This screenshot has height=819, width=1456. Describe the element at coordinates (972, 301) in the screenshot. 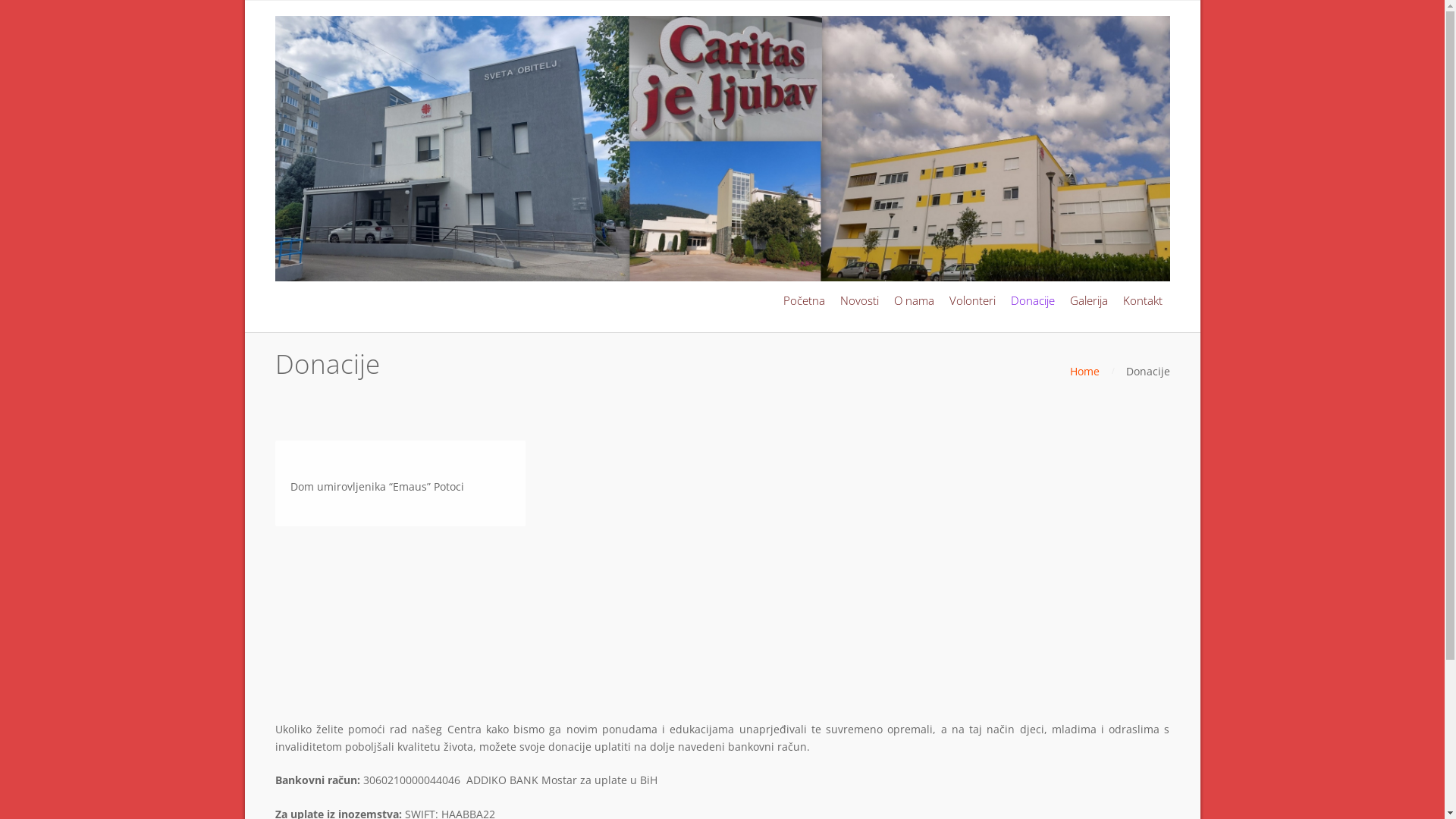

I see `'Volonteri'` at that location.